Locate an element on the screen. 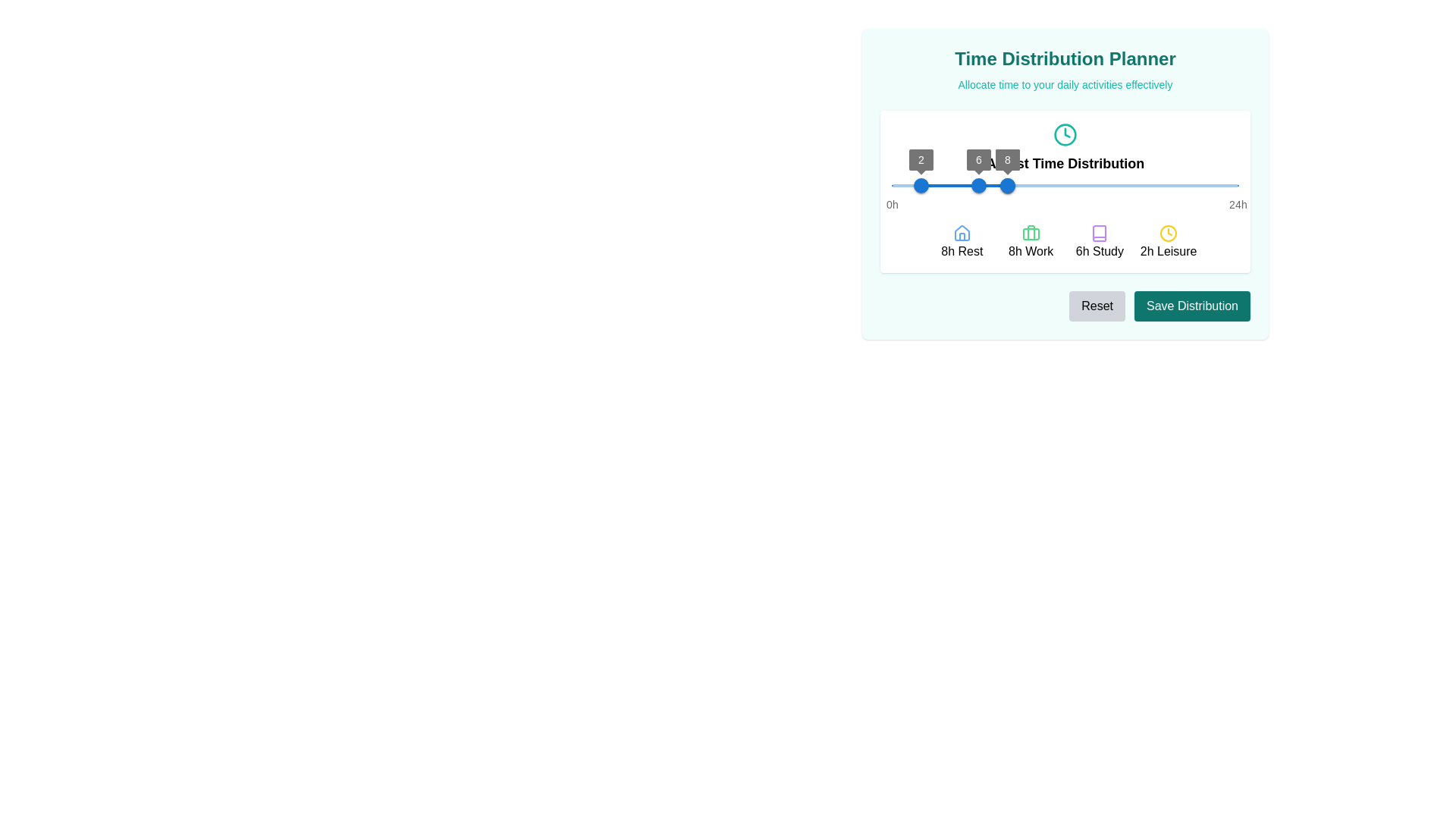 The height and width of the screenshot is (819, 1456). the Text Label that reads 'Allocate time to your daily activities effectively', located directly below the 'Time Distribution Planner' title is located at coordinates (1065, 84).